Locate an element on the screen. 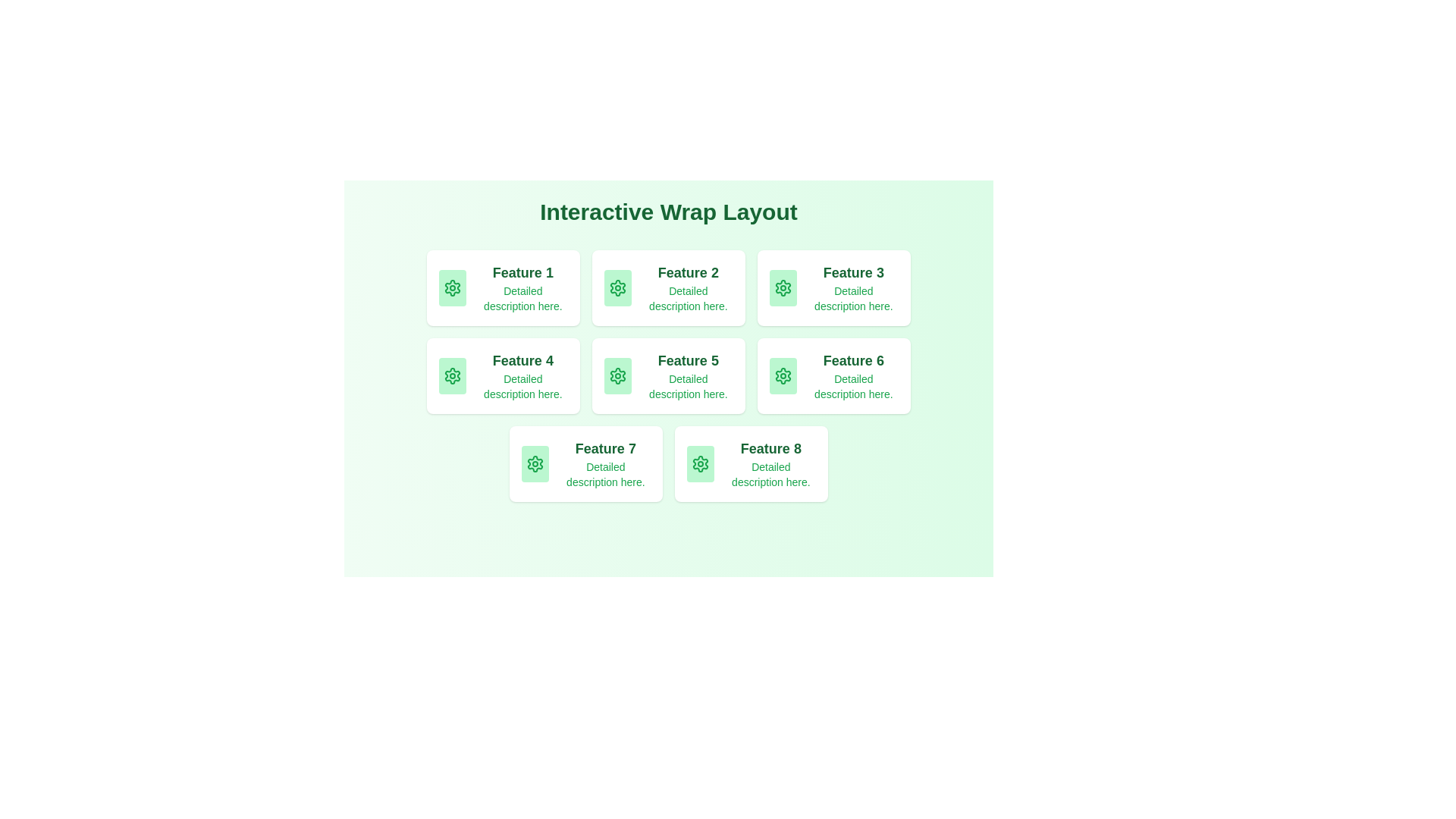  the settings icon located to the left of the textual description inside the card labeled 'Feature 6' in the third column of the second row is located at coordinates (783, 375).